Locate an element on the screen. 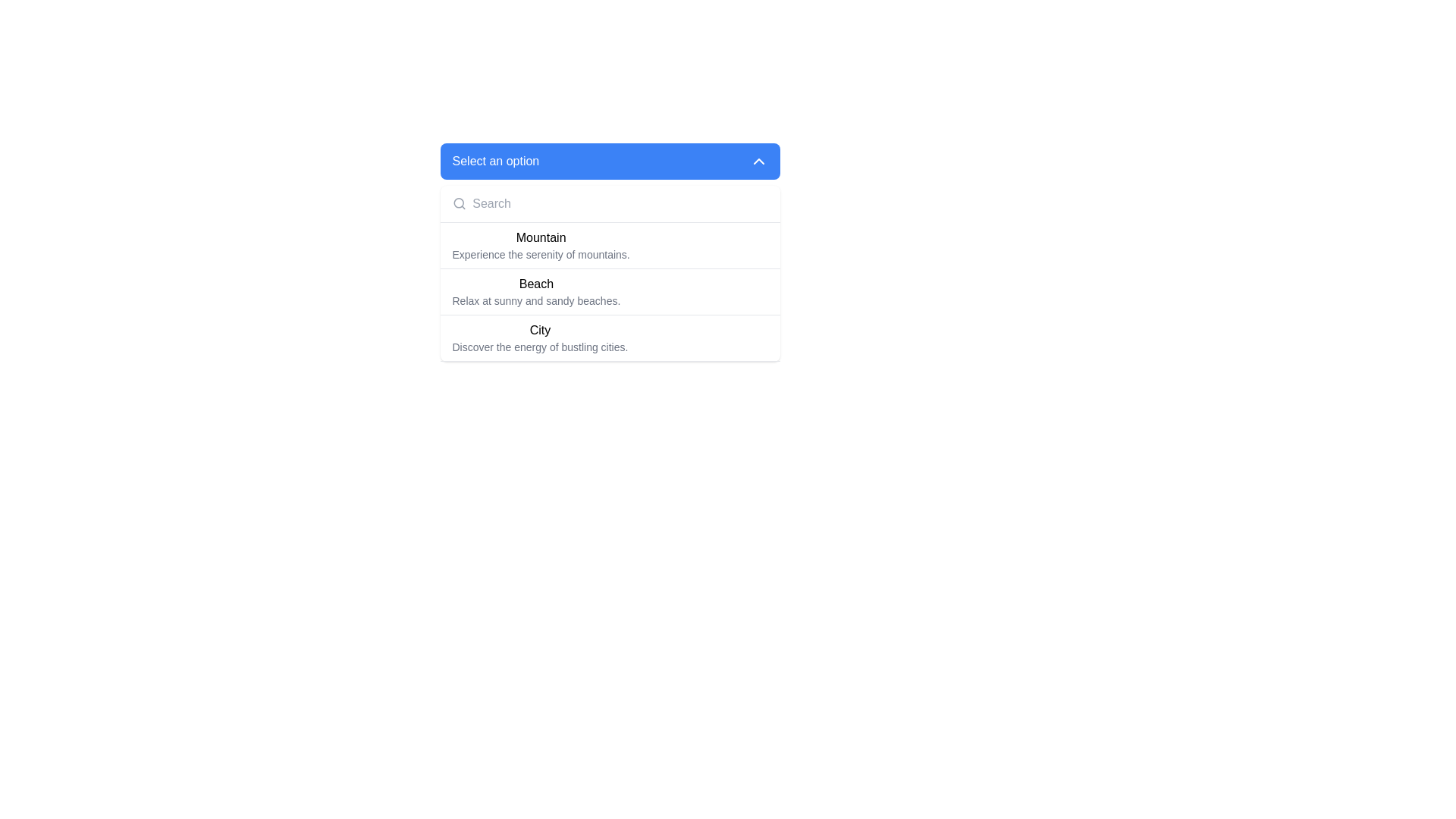 The height and width of the screenshot is (819, 1456). the Text Label indicating beach-related information located in the dropdown menu under the header 'Select an option' is located at coordinates (536, 284).